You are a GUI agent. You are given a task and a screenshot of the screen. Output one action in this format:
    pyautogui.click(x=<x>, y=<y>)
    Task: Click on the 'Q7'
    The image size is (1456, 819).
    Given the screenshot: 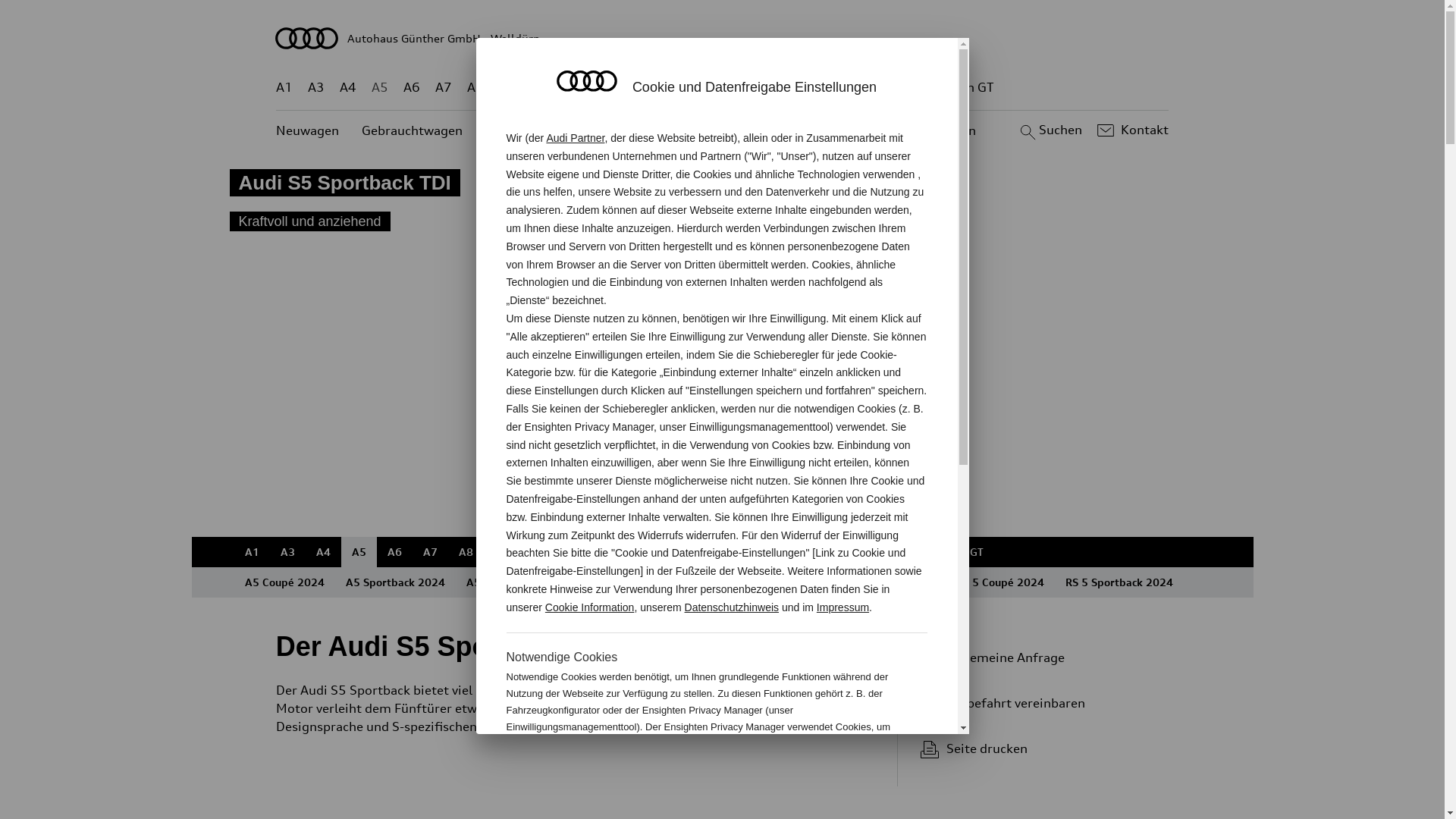 What is the action you would take?
    pyautogui.click(x=677, y=87)
    